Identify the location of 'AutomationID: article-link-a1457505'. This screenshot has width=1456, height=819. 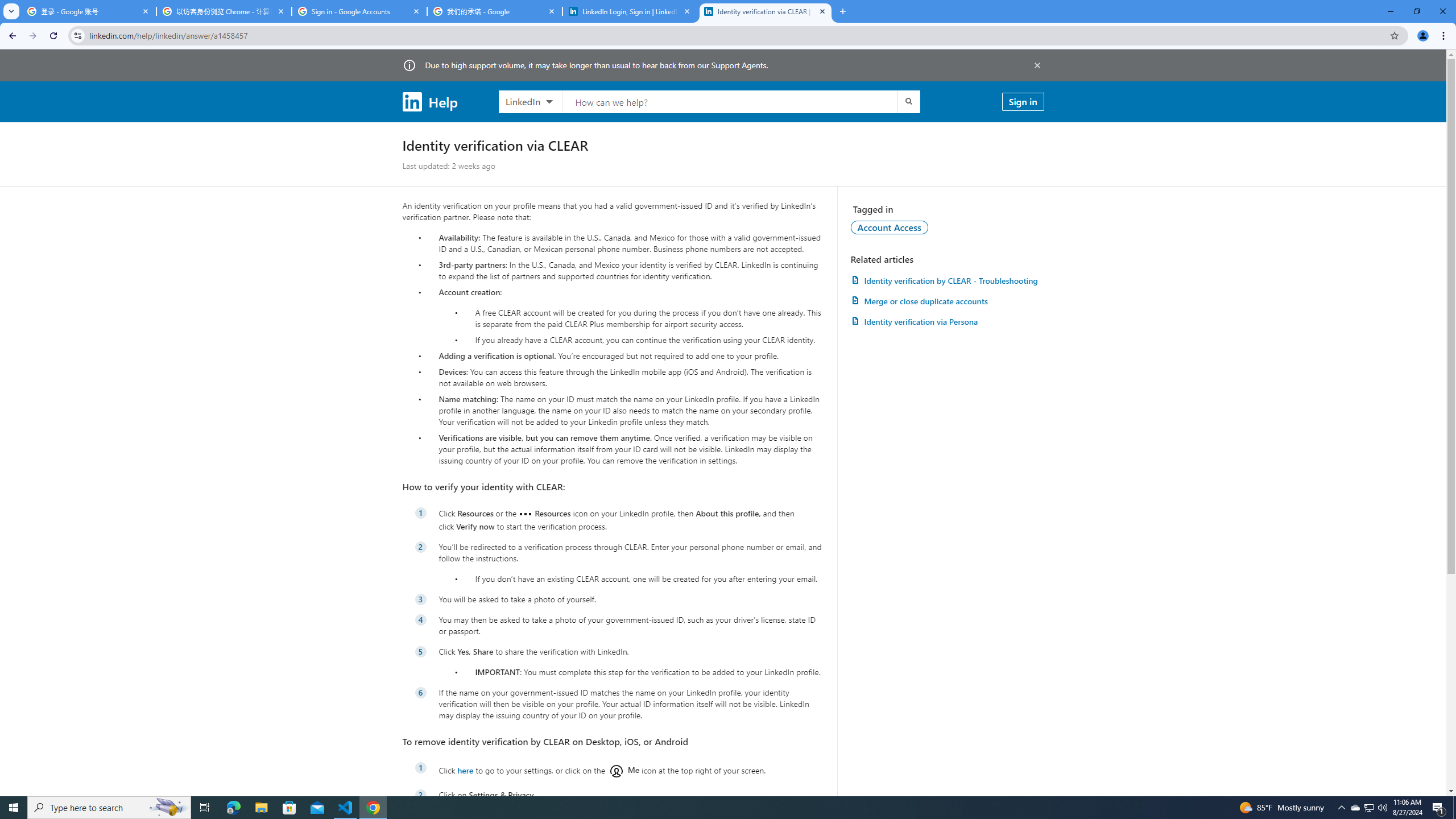
(946, 280).